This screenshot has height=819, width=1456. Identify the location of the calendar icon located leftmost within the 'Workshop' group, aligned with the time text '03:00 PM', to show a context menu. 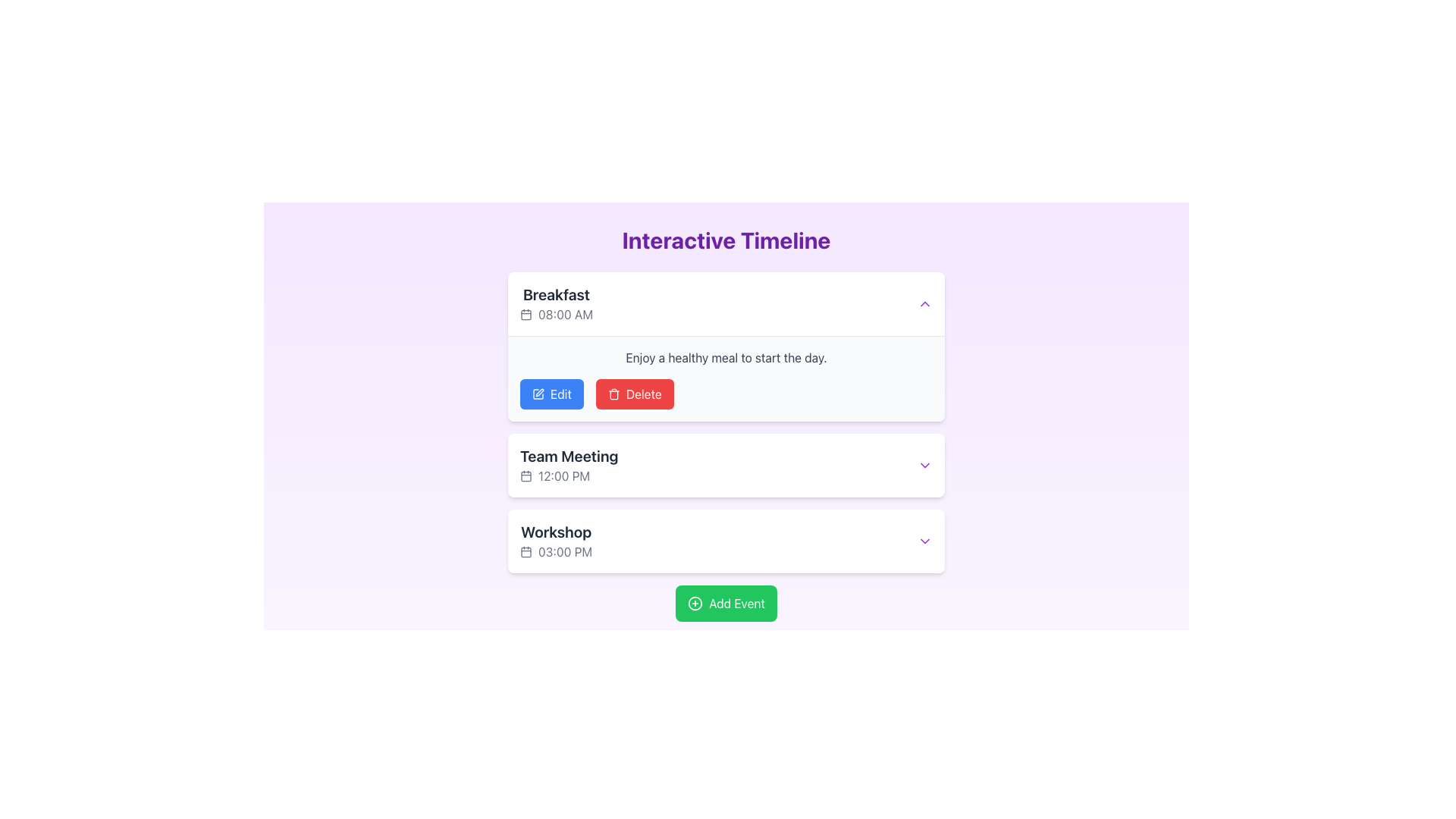
(526, 552).